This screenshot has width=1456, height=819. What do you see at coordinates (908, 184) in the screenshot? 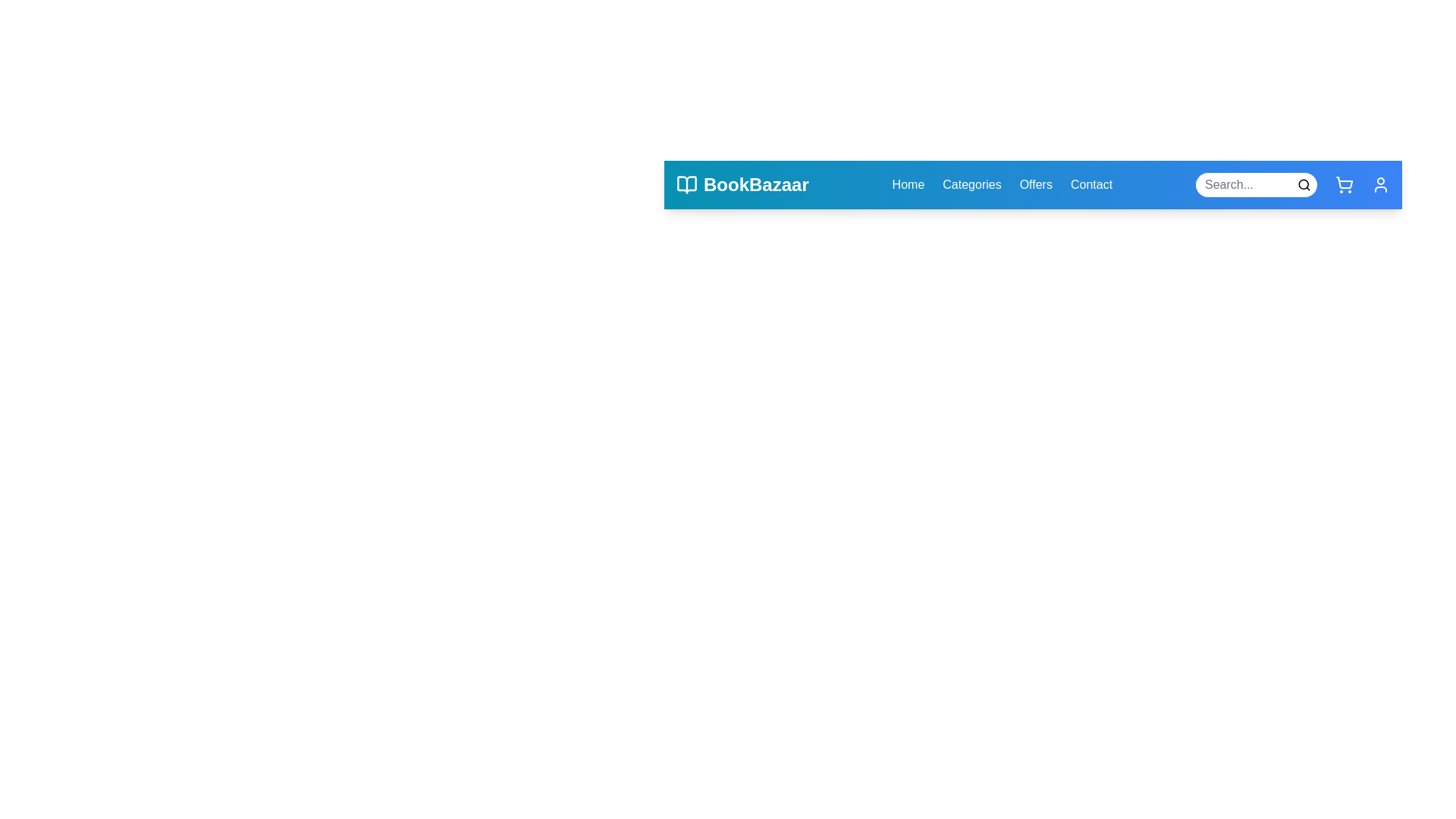
I see `the navigation link Home to observe the hover effect` at bounding box center [908, 184].